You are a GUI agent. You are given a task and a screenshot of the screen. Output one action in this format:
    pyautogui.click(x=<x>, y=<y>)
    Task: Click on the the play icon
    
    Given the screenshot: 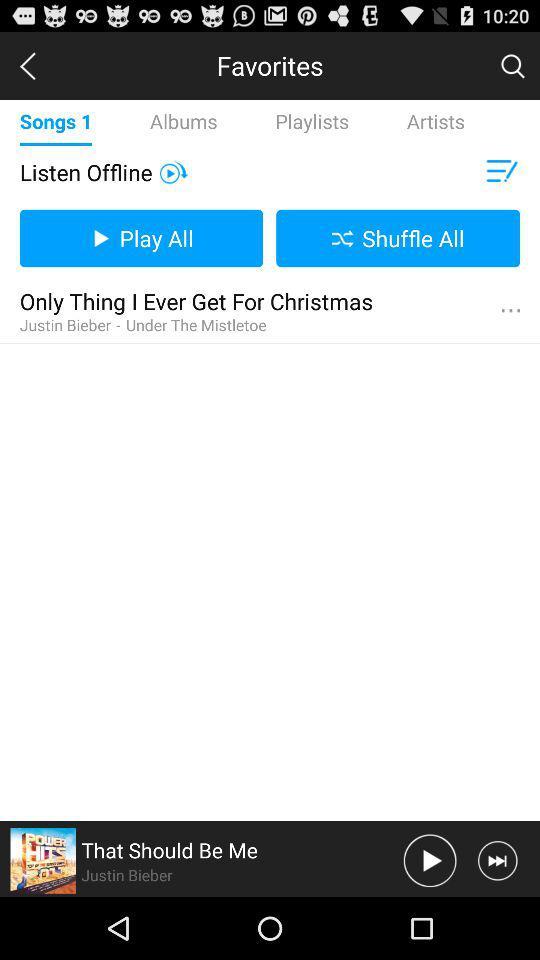 What is the action you would take?
    pyautogui.click(x=173, y=184)
    